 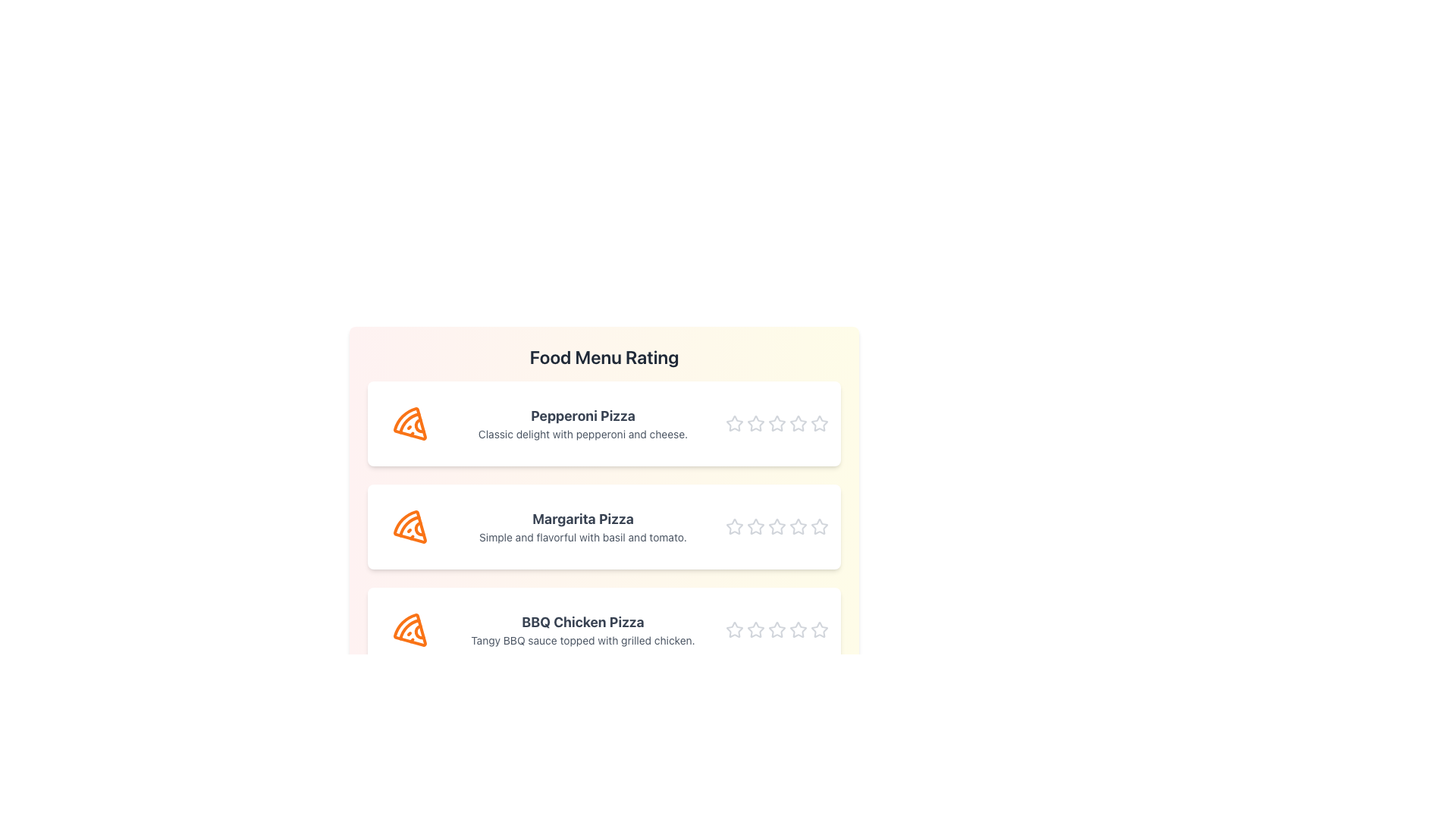 I want to click on the fifth star icon used for rating the 'Pepperoni Pizza' menu item, so click(x=818, y=424).